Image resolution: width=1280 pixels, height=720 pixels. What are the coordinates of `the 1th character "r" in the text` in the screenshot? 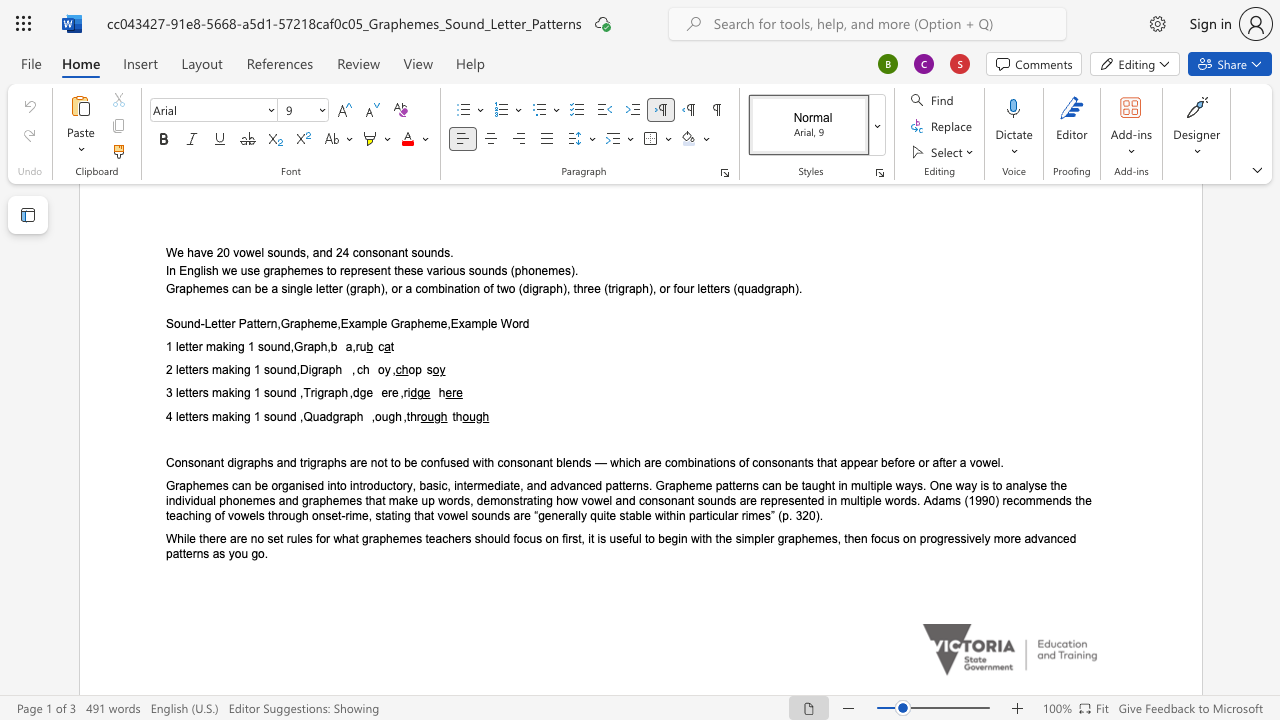 It's located at (177, 485).